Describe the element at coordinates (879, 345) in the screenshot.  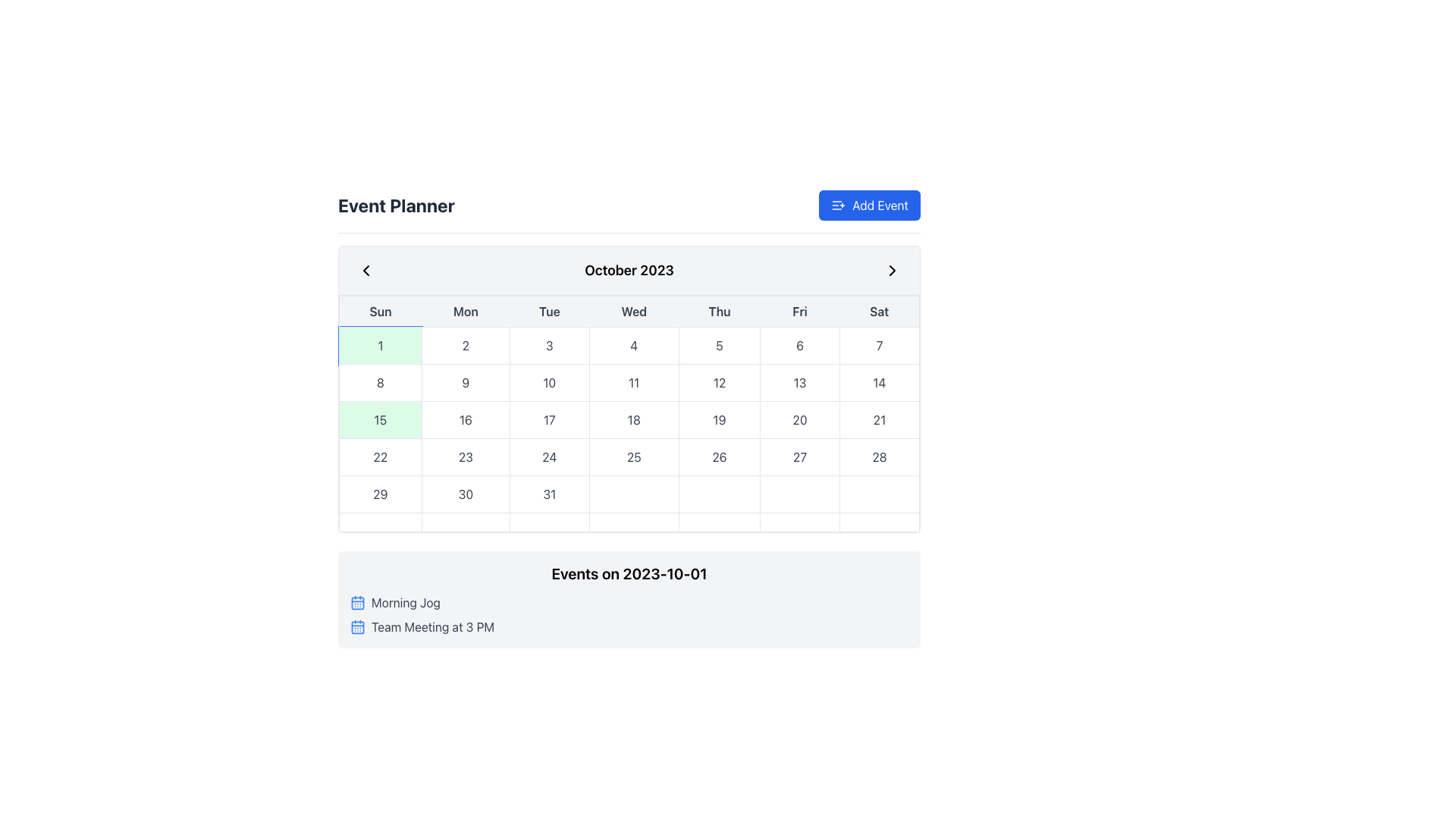
I see `the clickable calendar day element representing the number '7' for October 7, 2023, located at the top right corner of the calendar interface` at that location.